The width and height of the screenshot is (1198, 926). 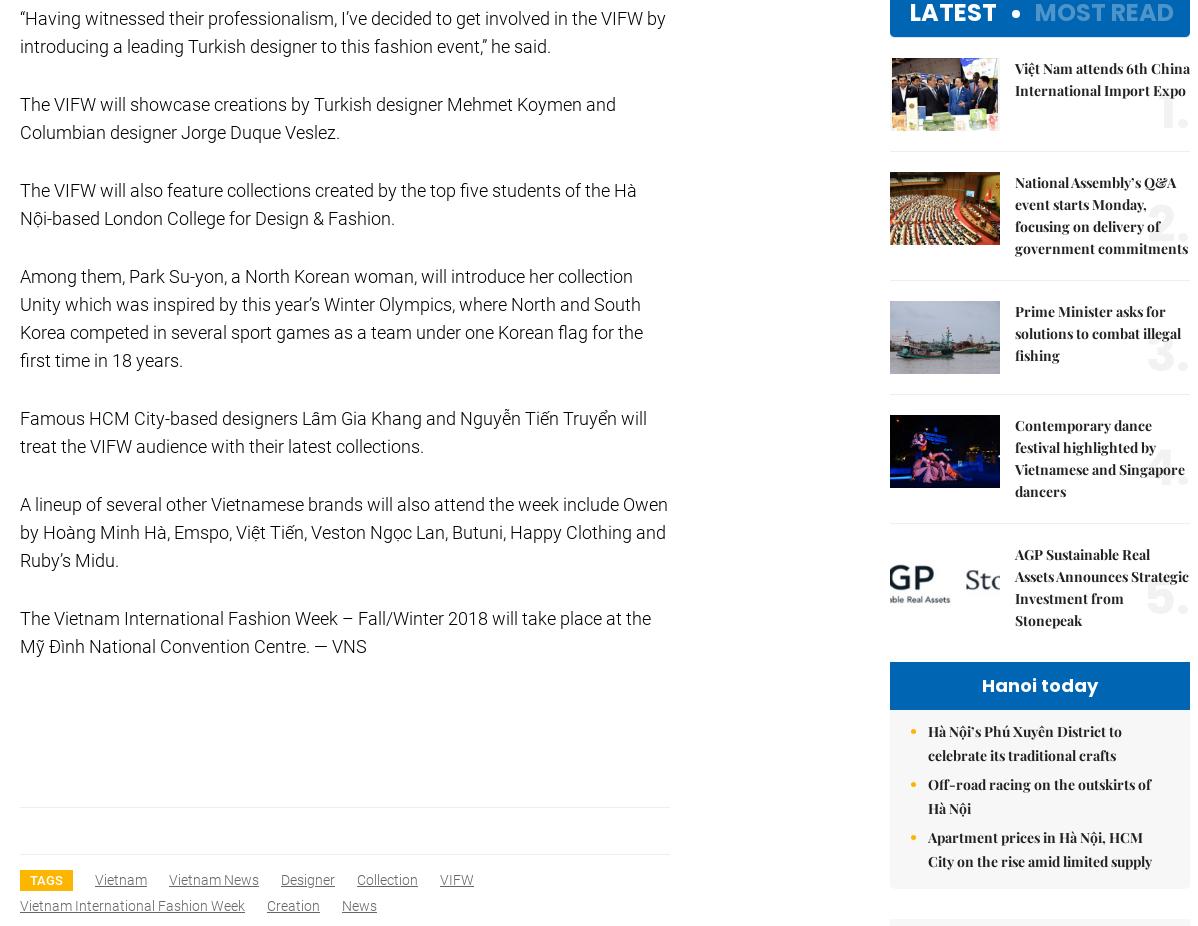 What do you see at coordinates (278, 134) in the screenshot?
I see `'Tel: 84-24-39332316 - Fax: 84-24-39332311 - E-mail: vnnews@vnagency.com.vn'` at bounding box center [278, 134].